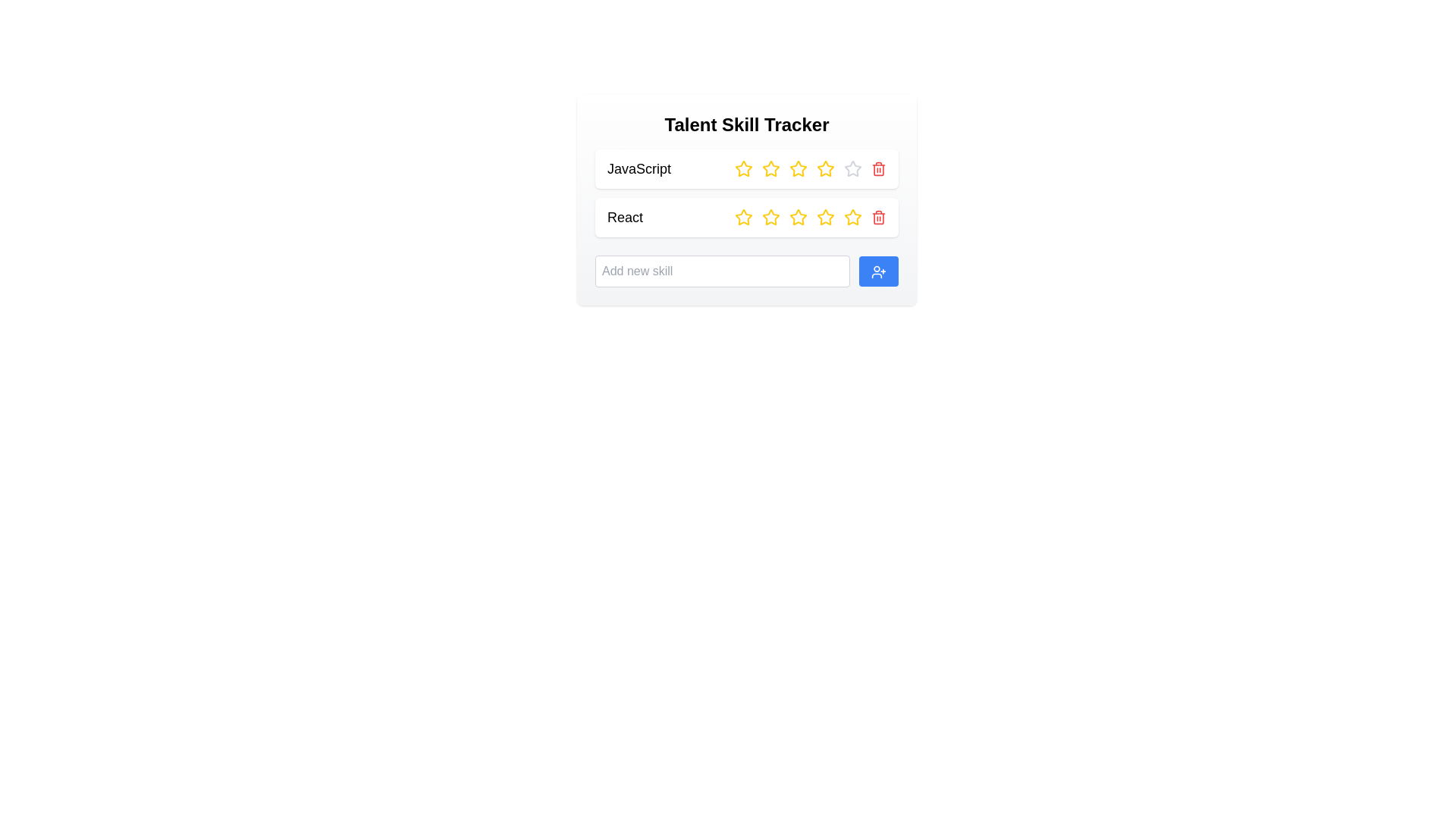  What do you see at coordinates (743, 217) in the screenshot?
I see `the yellow star icon for rating the skill 'React' in the 'Talent Skill Tracker' section to rate or select it` at bounding box center [743, 217].